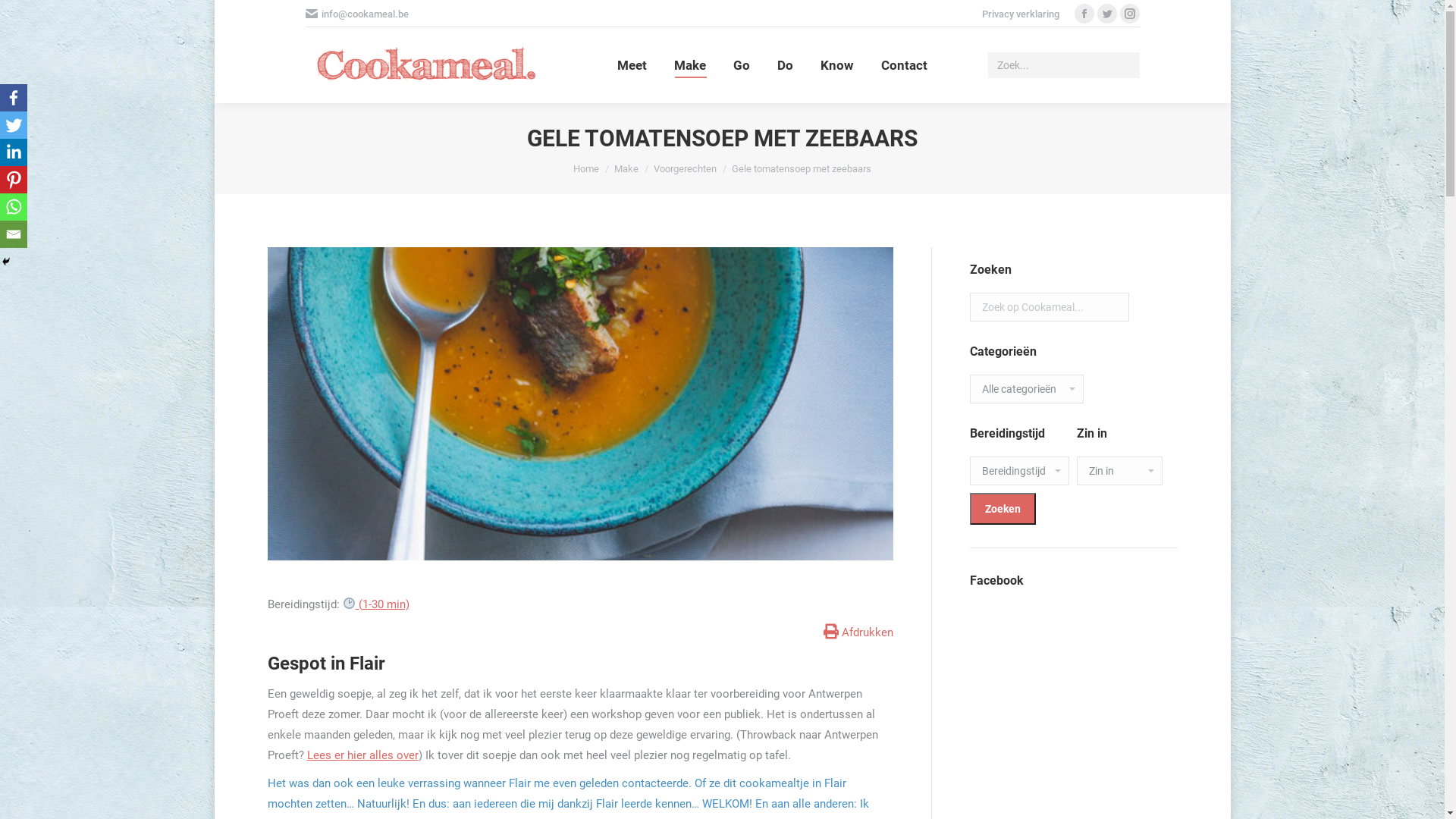  Describe the element at coordinates (742, 64) in the screenshot. I see `'Go'` at that location.